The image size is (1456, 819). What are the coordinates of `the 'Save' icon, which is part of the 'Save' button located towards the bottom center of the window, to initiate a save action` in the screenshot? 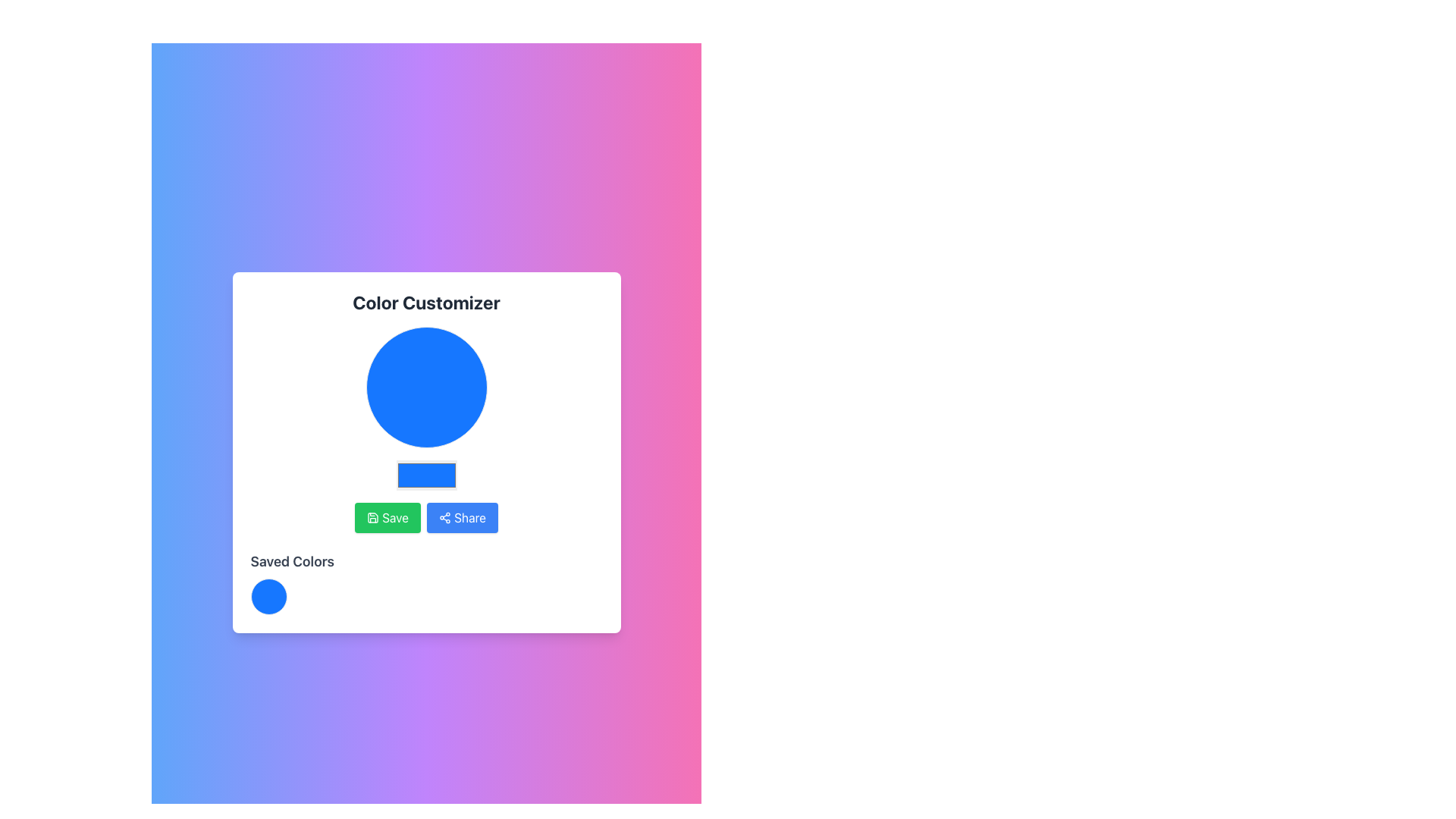 It's located at (373, 516).